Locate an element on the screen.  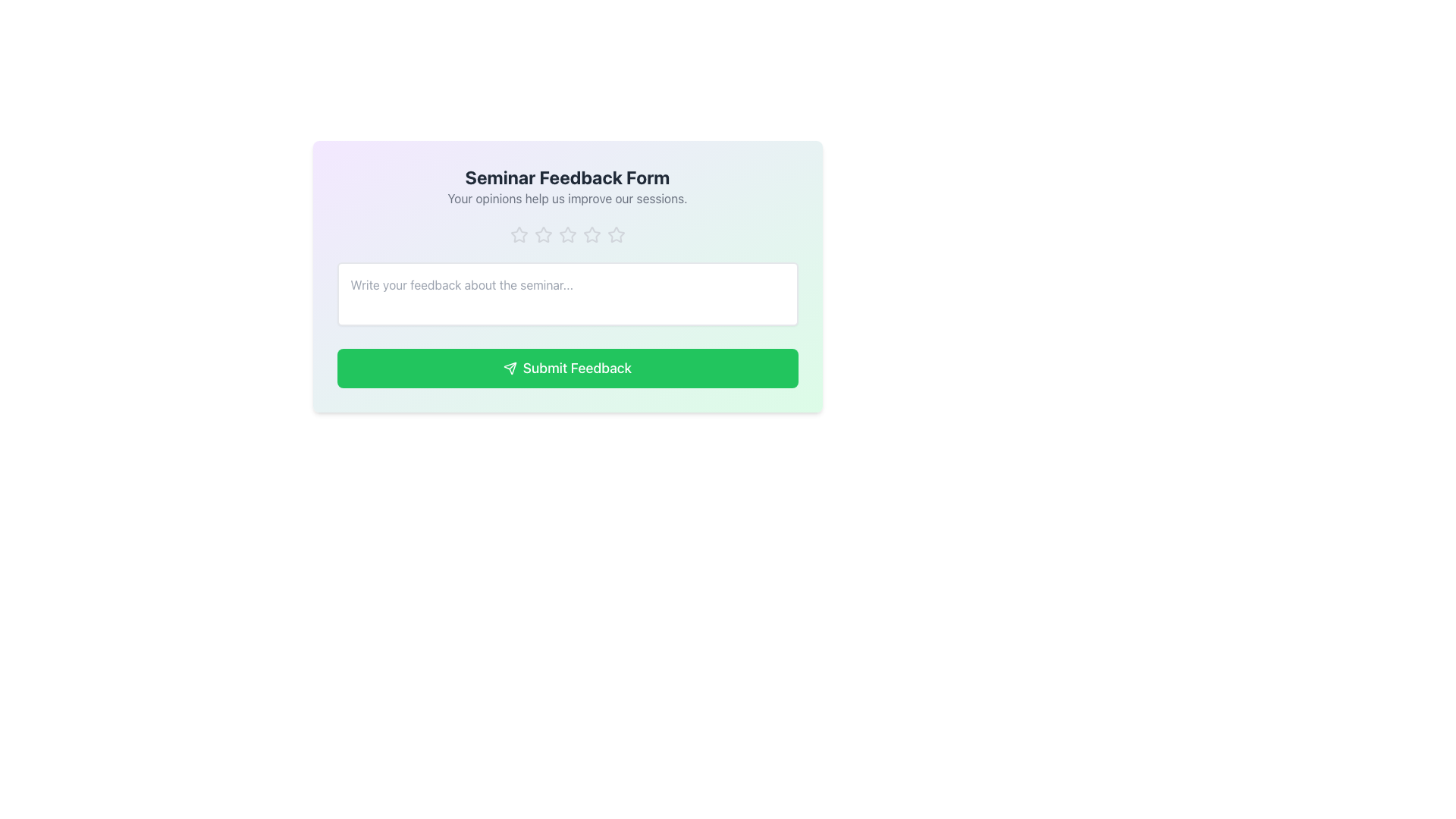
the third star icon in the five-star rating system is located at coordinates (566, 234).